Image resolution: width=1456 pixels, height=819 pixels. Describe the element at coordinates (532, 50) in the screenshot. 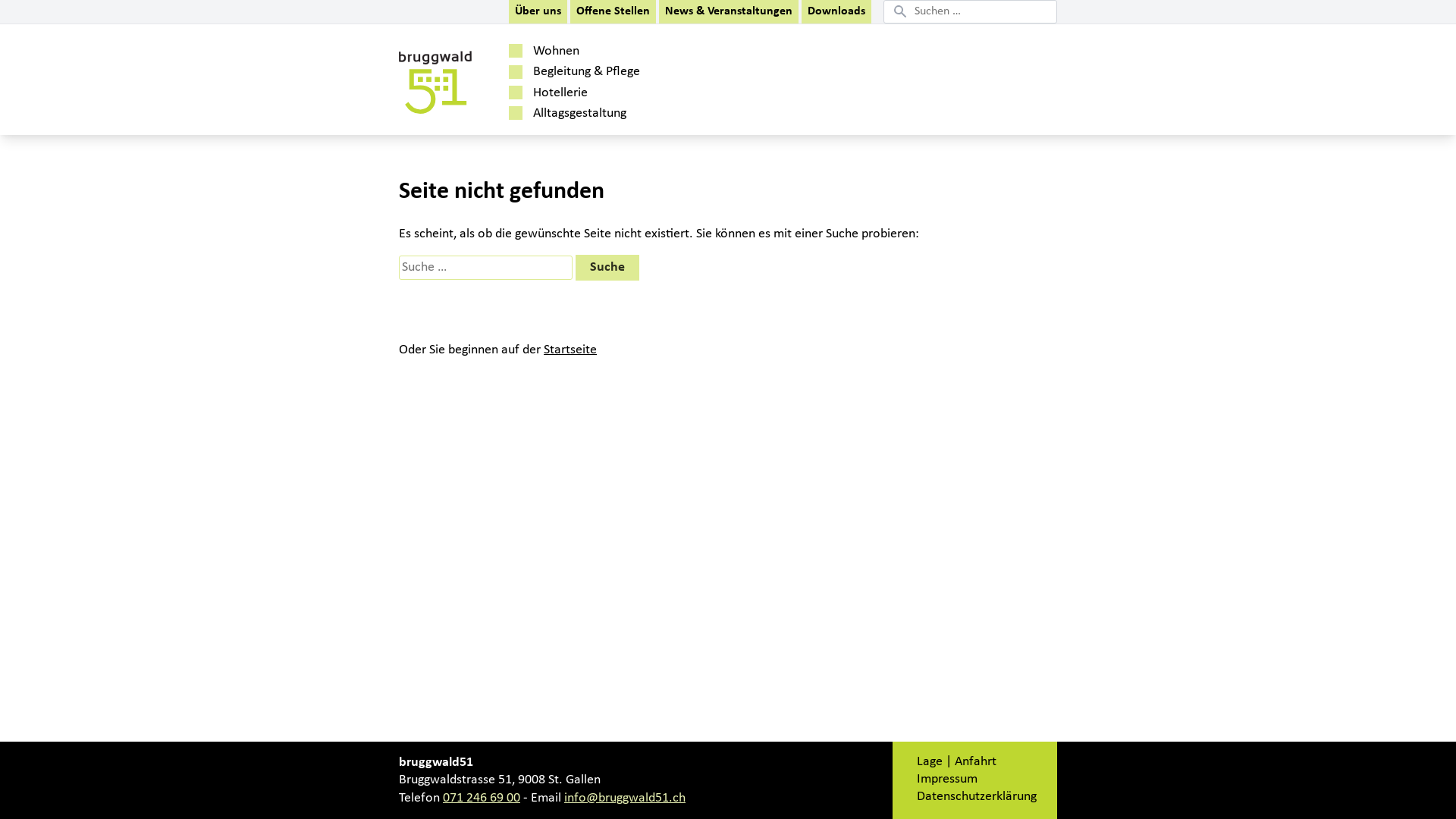

I see `'Wohnen'` at that location.